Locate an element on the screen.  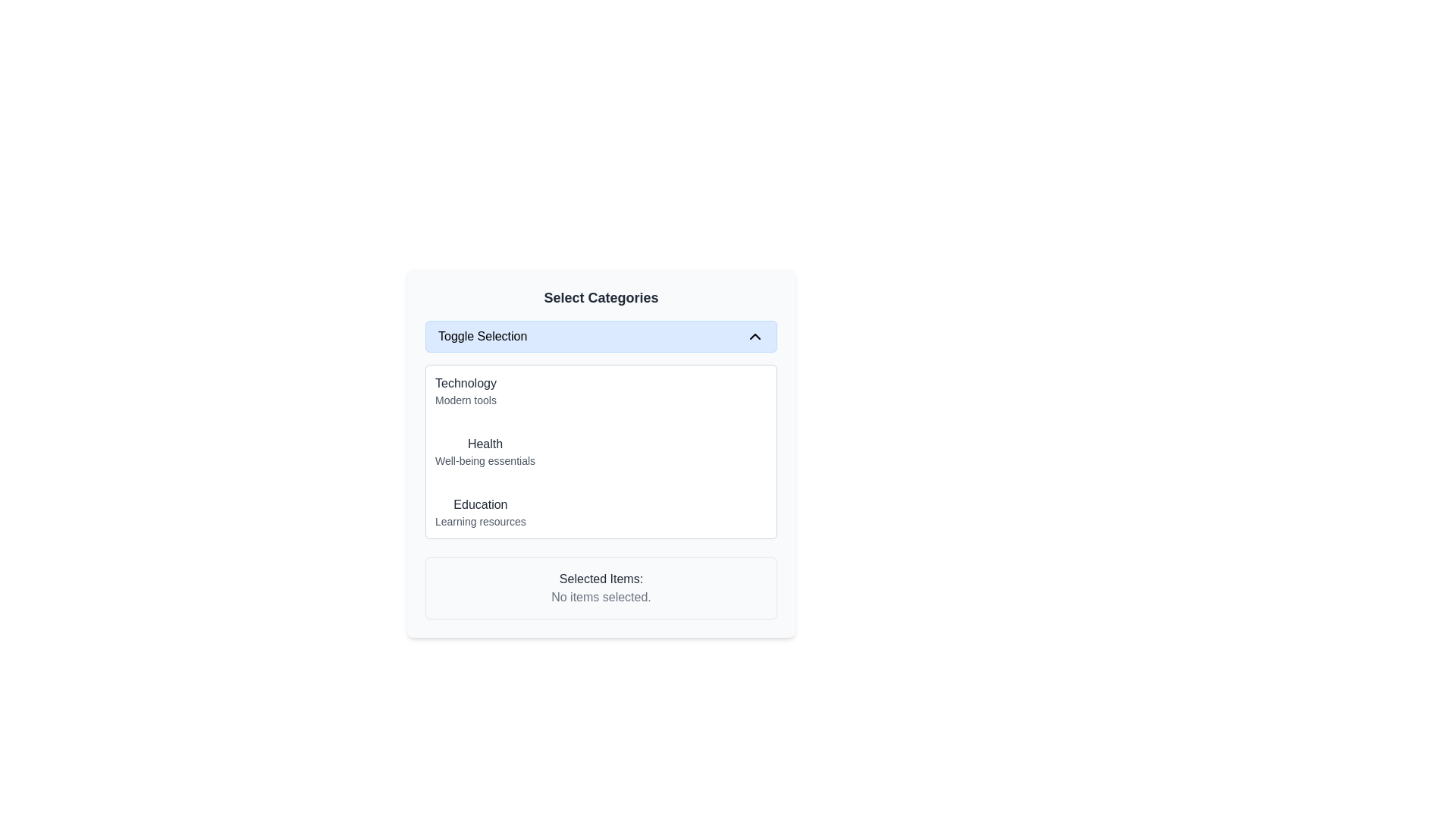
the 'Technology' button in the 'Select Categories' list is located at coordinates (600, 391).